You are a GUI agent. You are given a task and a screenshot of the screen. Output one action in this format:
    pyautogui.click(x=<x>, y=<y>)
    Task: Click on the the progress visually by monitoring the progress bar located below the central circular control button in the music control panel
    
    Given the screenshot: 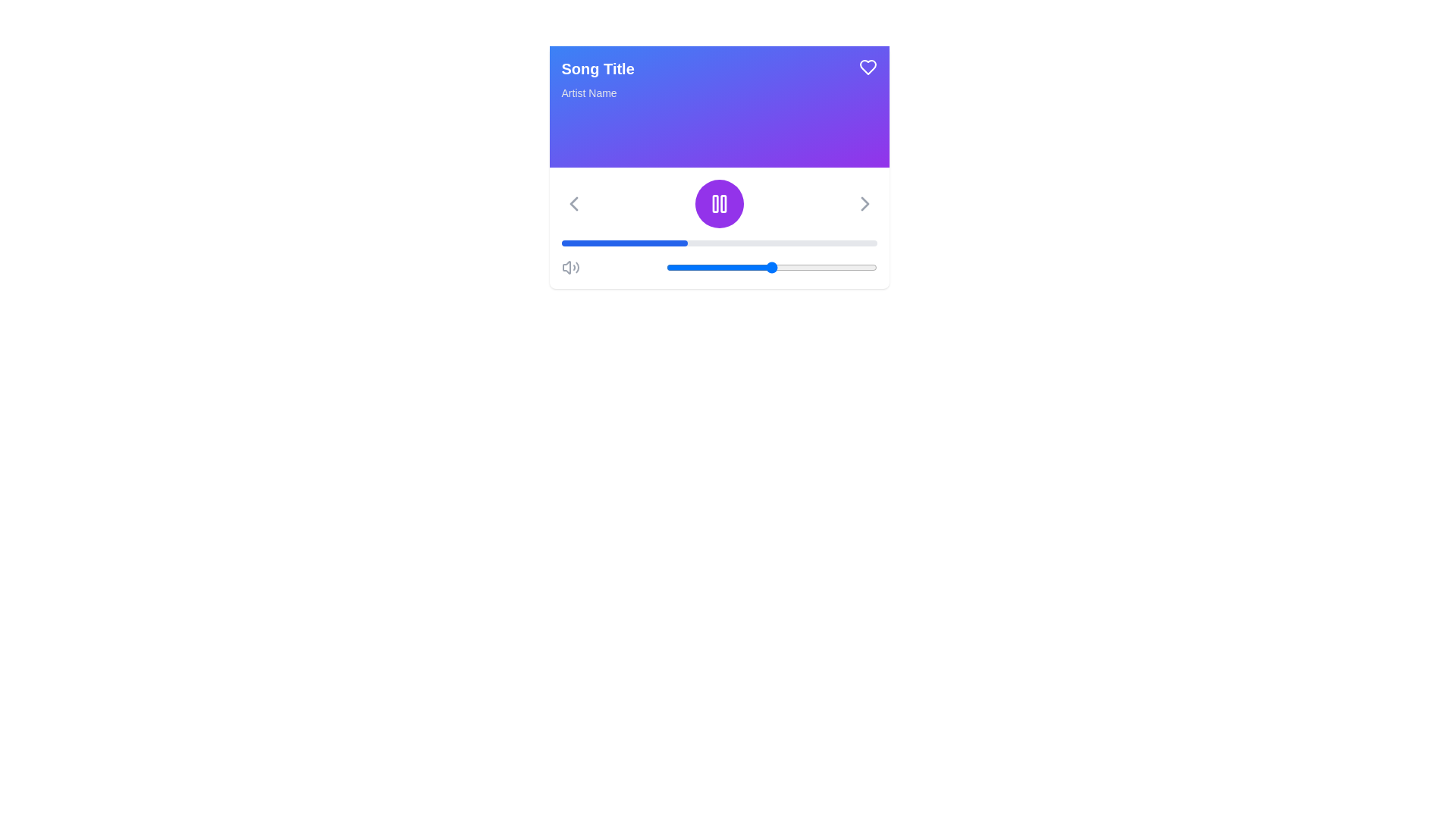 What is the action you would take?
    pyautogui.click(x=718, y=242)
    